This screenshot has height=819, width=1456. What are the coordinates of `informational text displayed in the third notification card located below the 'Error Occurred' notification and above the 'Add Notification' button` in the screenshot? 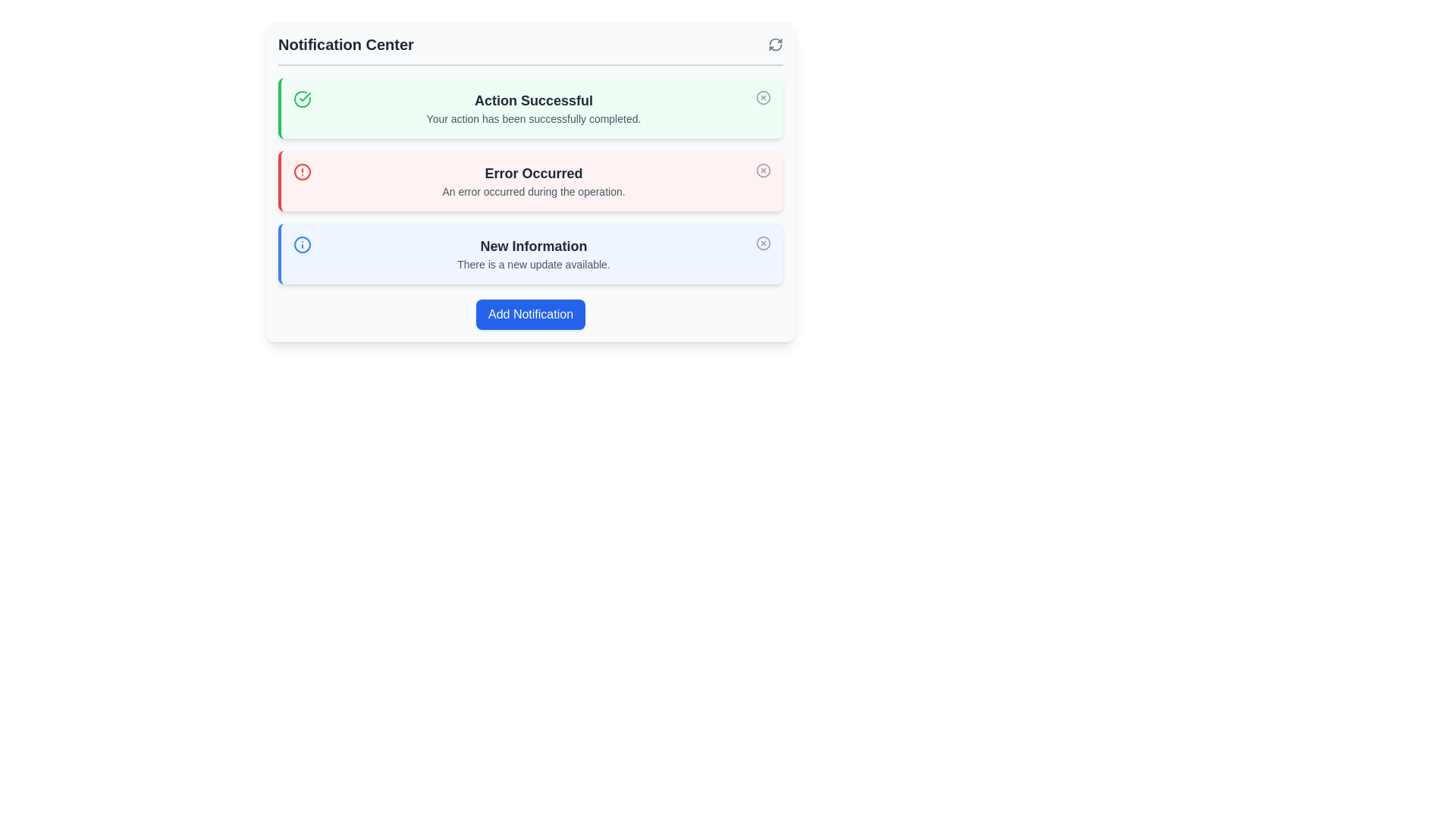 It's located at (534, 253).